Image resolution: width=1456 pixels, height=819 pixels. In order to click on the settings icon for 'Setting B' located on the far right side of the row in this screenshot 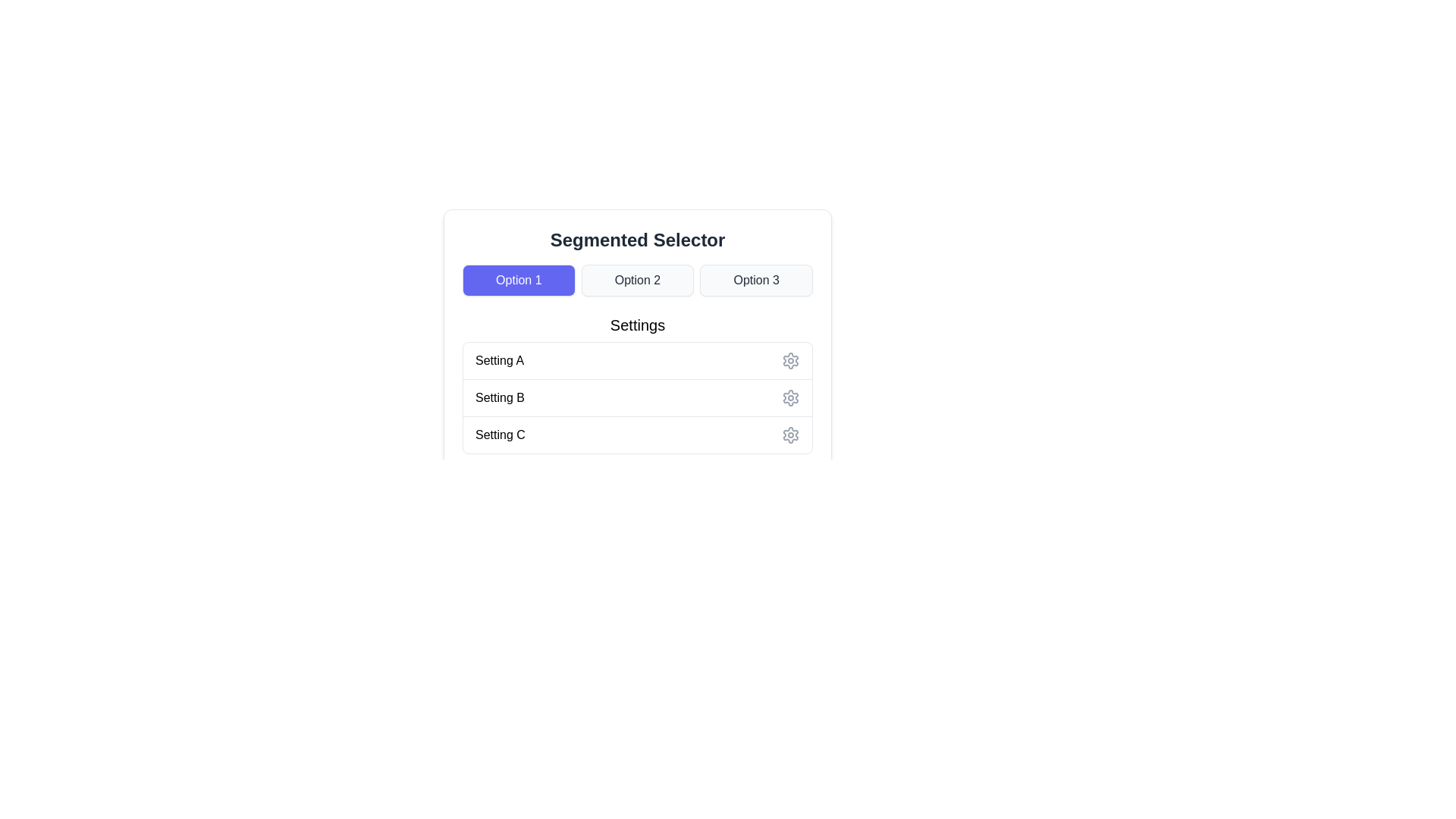, I will do `click(789, 397)`.